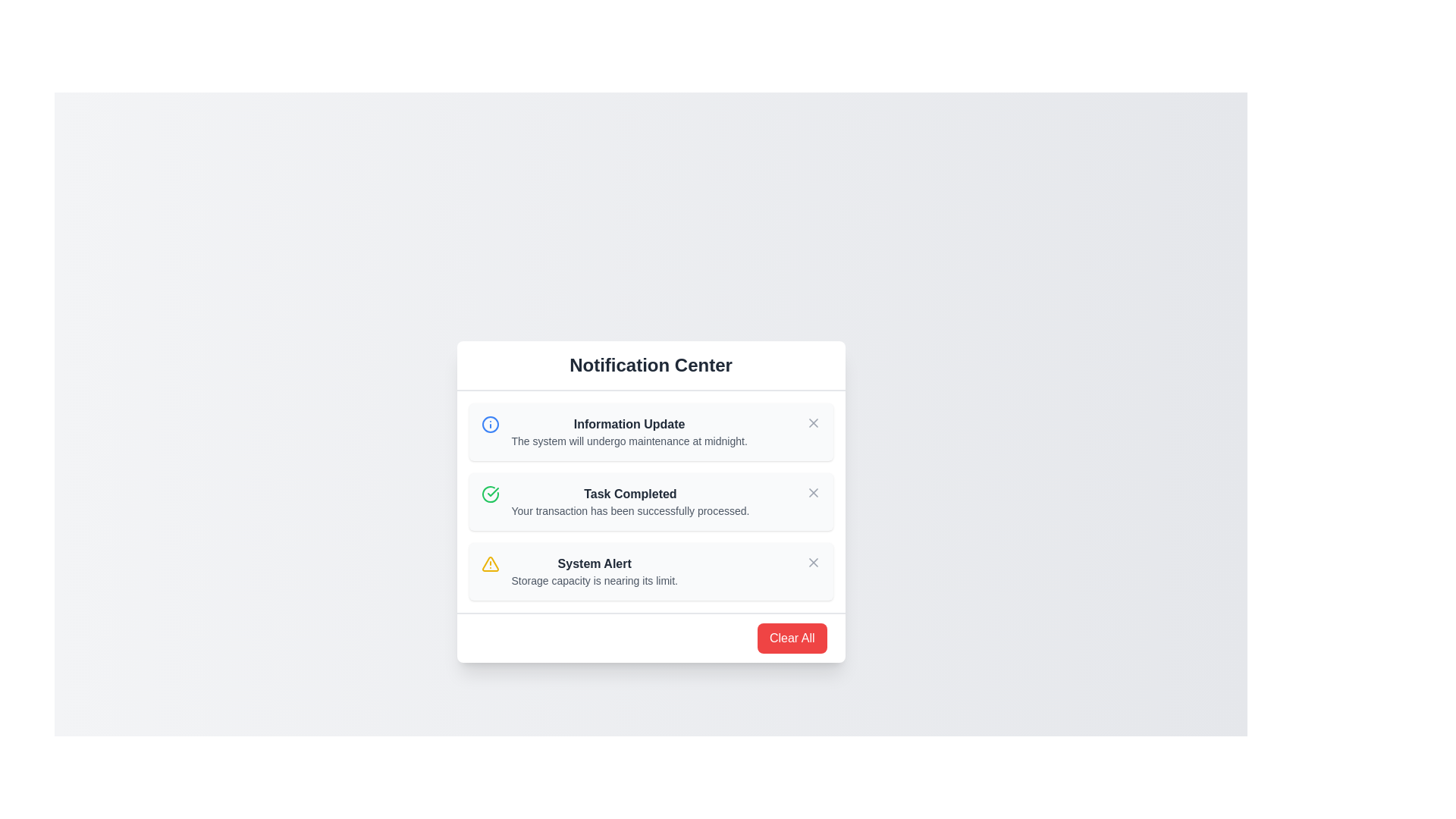  Describe the element at coordinates (651, 502) in the screenshot. I see `an individual notification within the Notification Center, which is a white modal box containing three vertically arranged alerts` at that location.